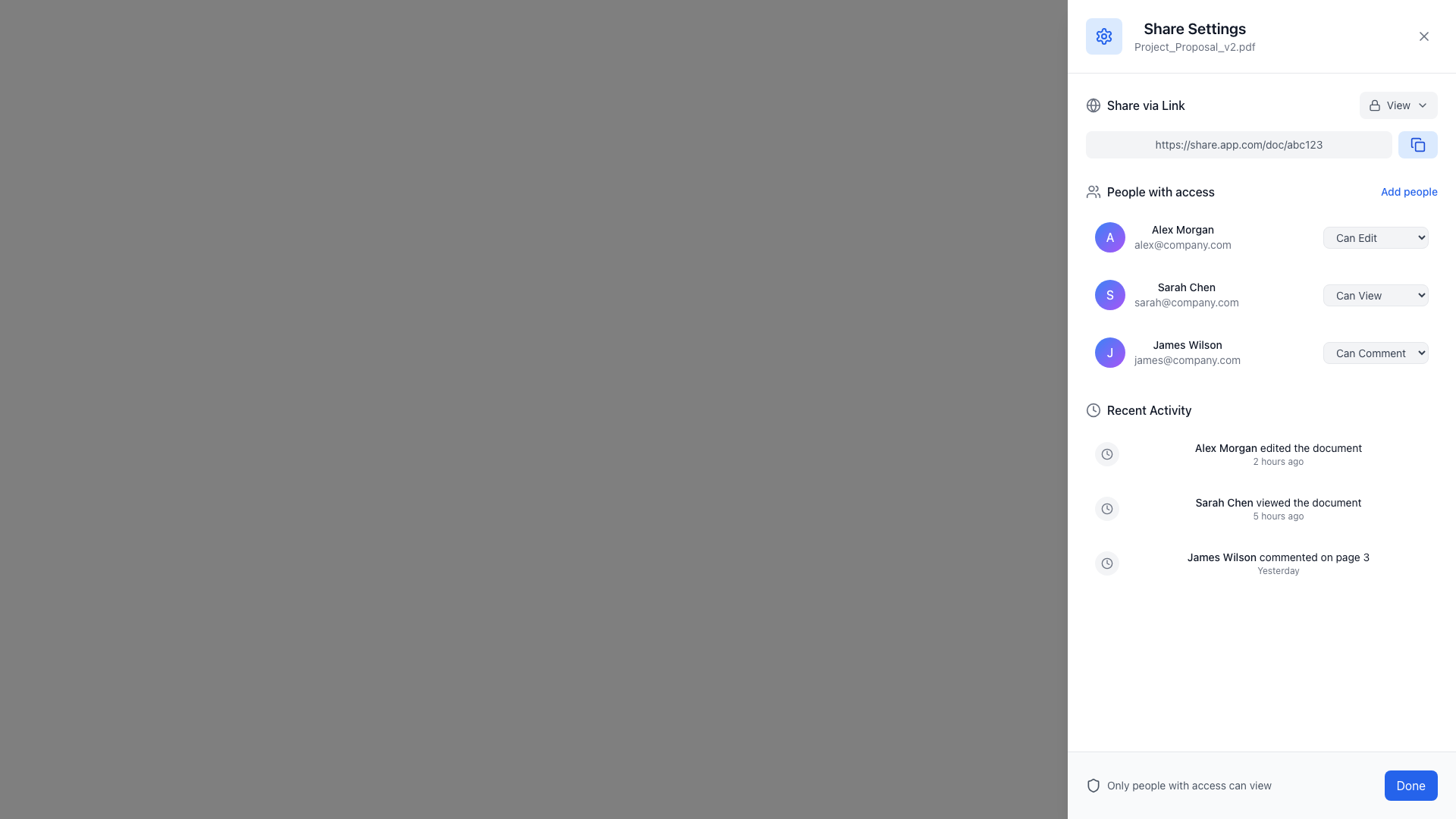 The width and height of the screenshot is (1456, 819). What do you see at coordinates (1187, 359) in the screenshot?
I see `the text display element showing the email address for 'James Wilson' located under the 'People with access' section` at bounding box center [1187, 359].